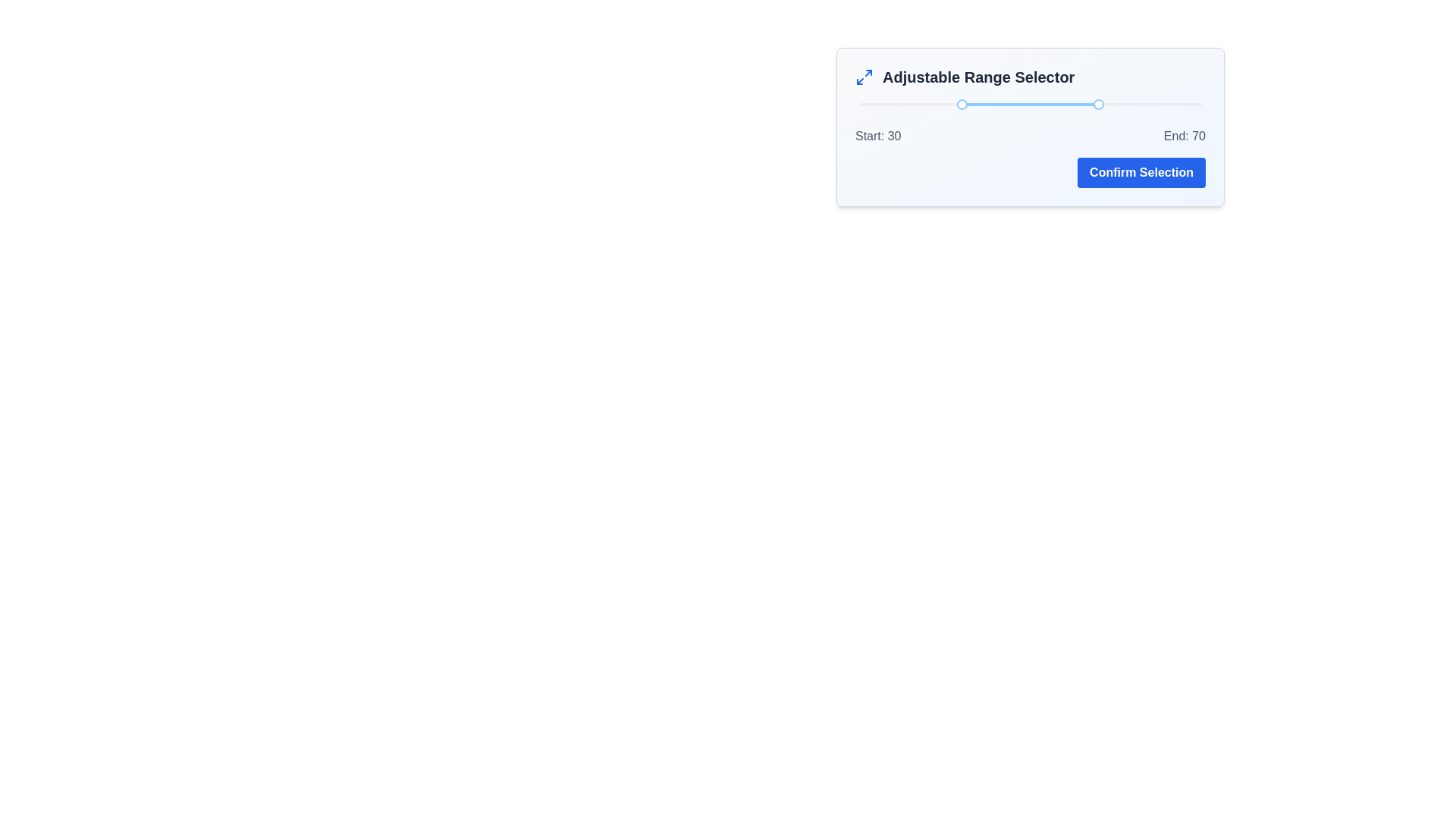 This screenshot has height=819, width=1456. Describe the element at coordinates (1033, 104) in the screenshot. I see `the slider` at that location.